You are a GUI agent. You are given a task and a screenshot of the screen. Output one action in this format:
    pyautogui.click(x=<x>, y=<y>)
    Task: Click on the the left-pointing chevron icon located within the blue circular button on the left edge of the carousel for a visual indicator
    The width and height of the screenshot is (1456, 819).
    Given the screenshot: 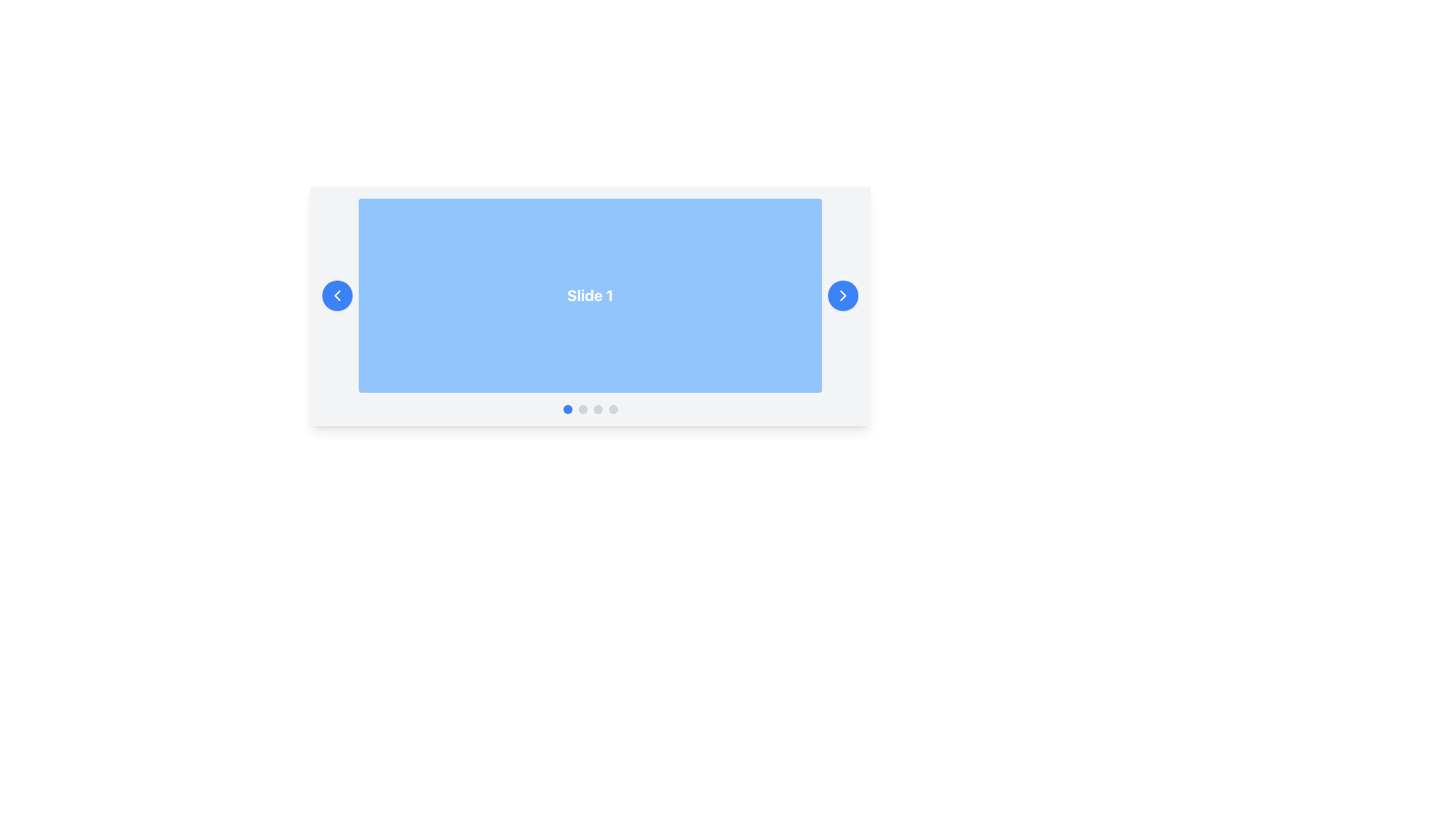 What is the action you would take?
    pyautogui.click(x=337, y=295)
    